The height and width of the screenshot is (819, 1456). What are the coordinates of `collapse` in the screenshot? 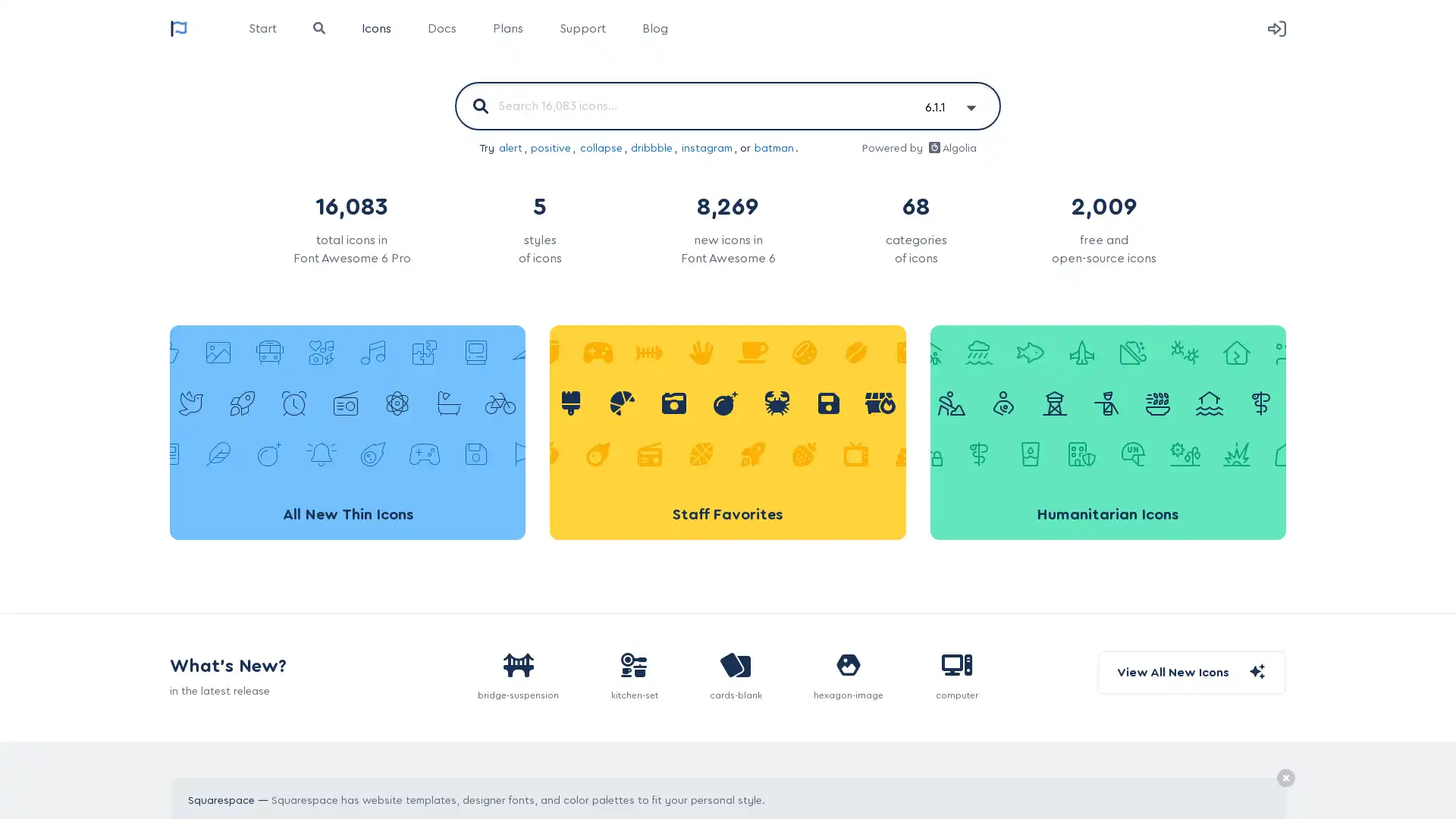 It's located at (600, 149).